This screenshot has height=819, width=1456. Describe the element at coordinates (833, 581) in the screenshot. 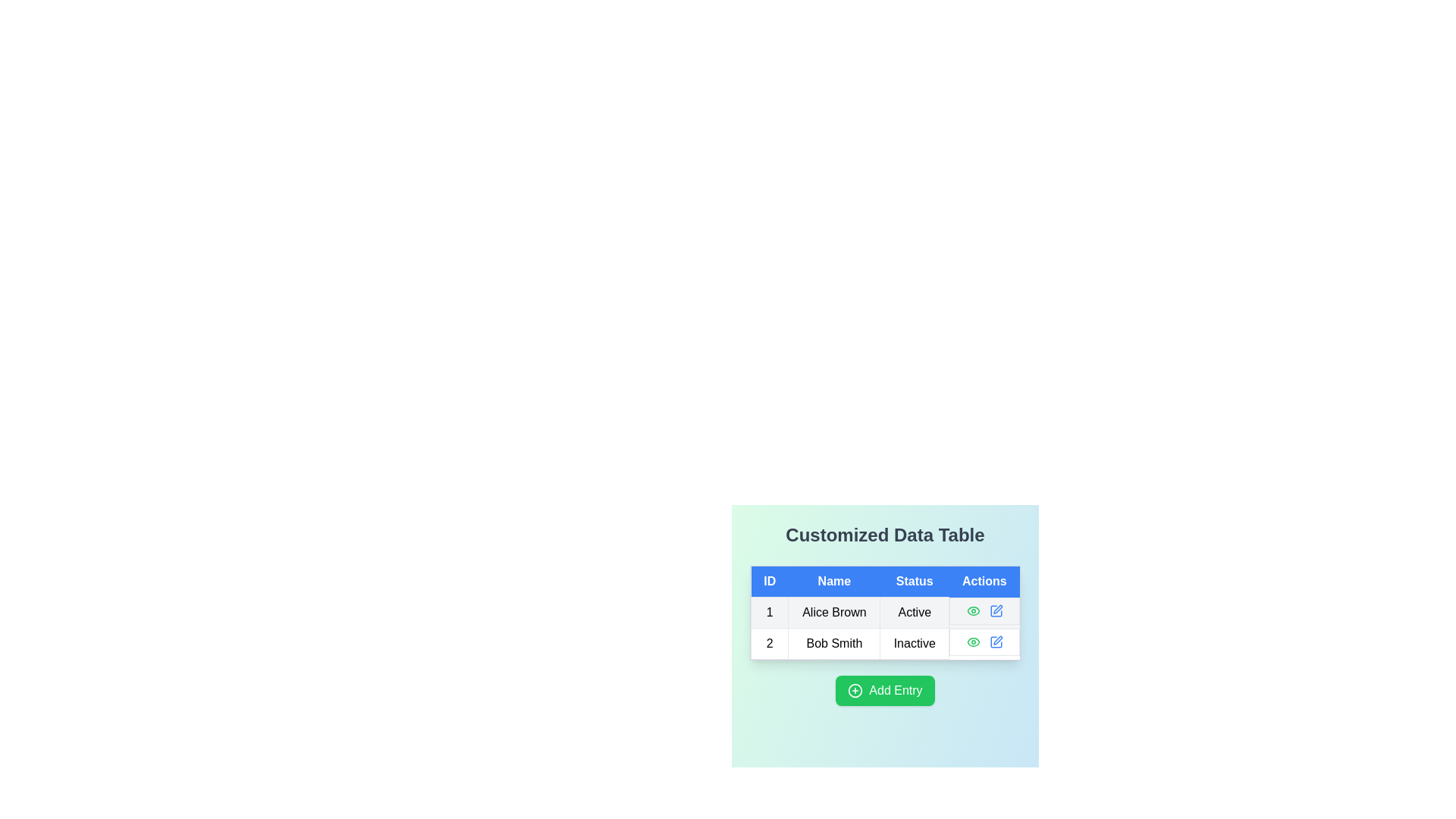

I see `the table header element labeled 'Name', which is the second column header in a data table with a blue background and centered white text` at that location.